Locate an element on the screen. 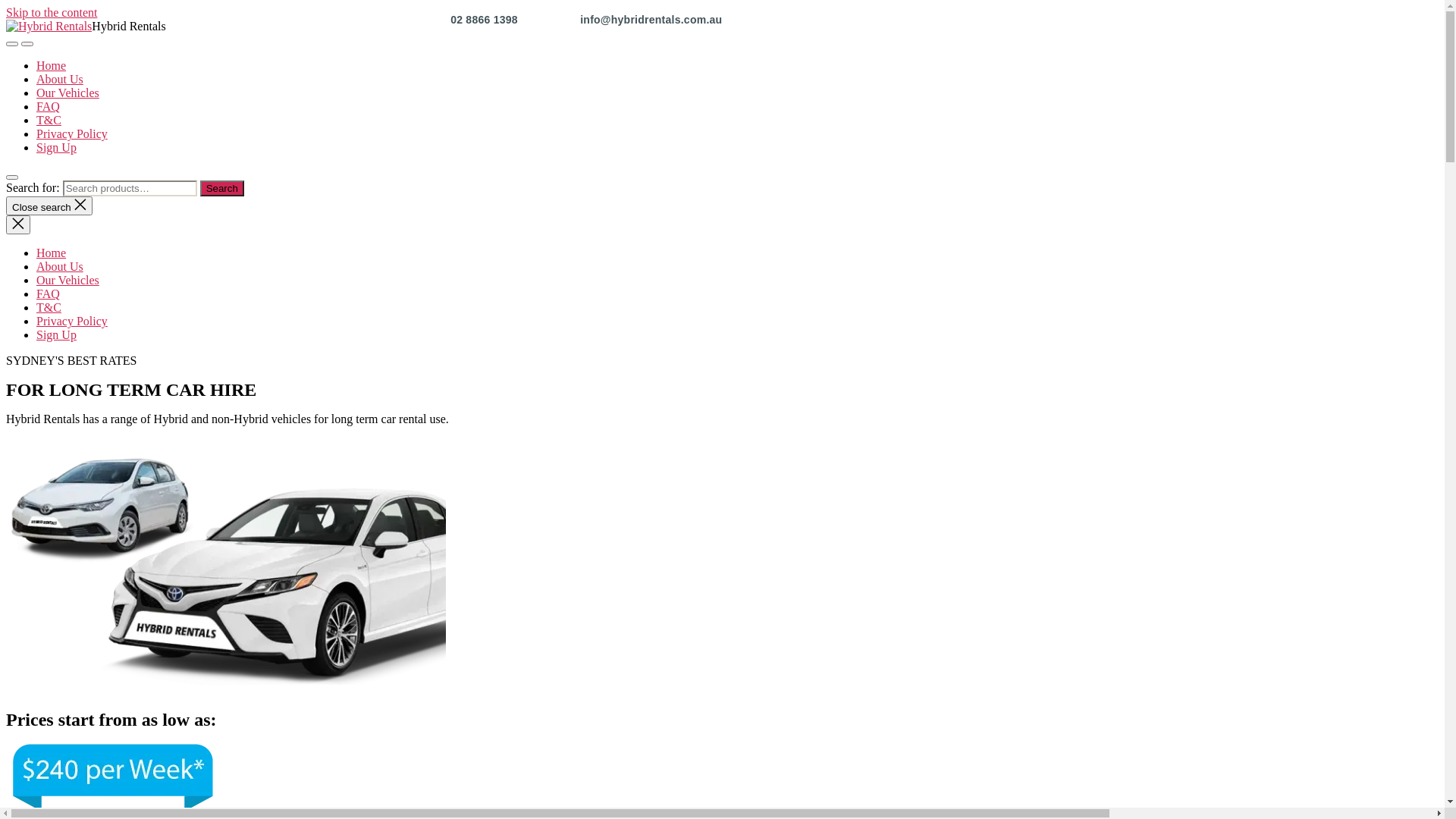 This screenshot has width=1456, height=819. 'Skip to the content' is located at coordinates (51, 12).